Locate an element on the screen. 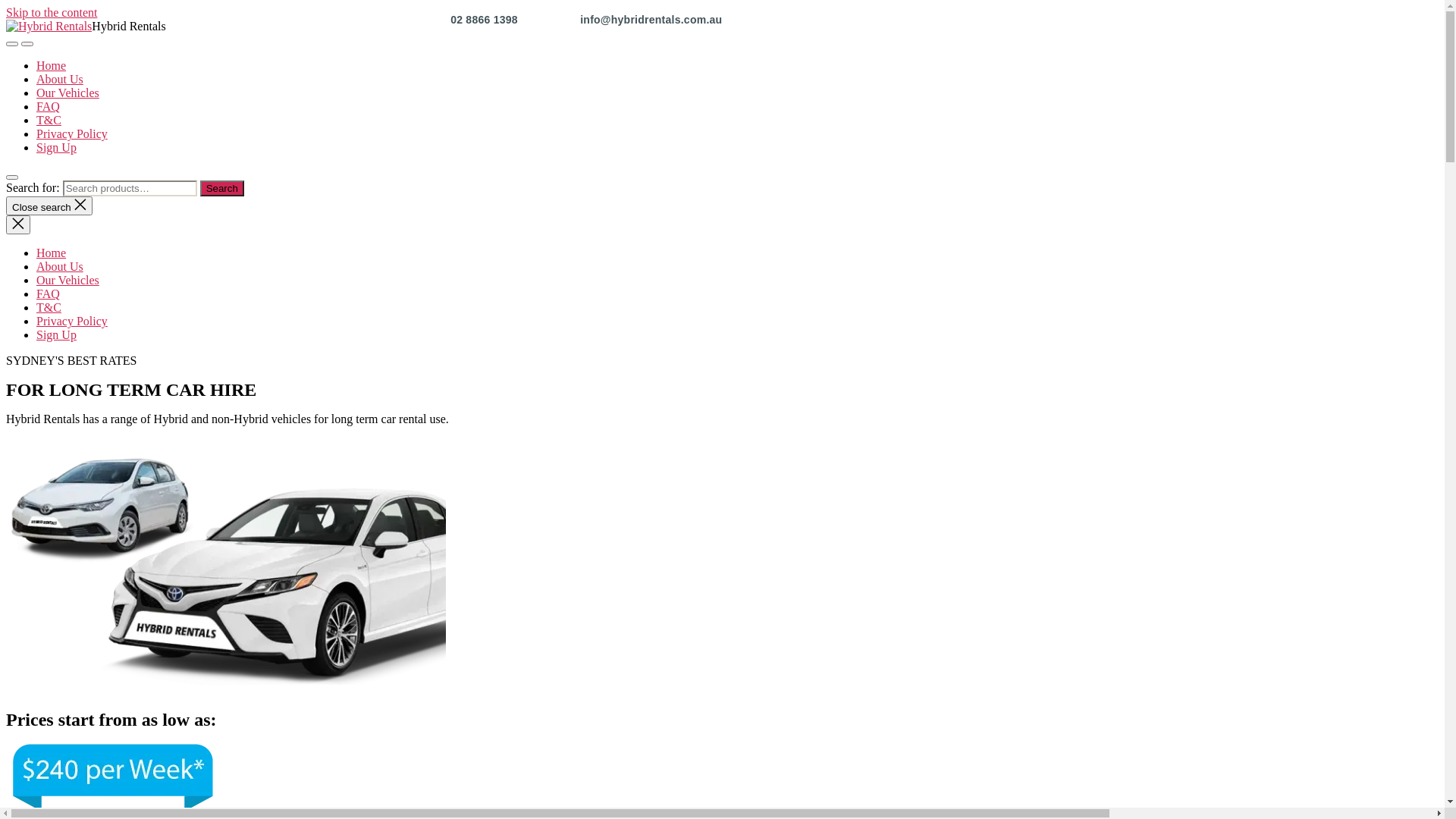 This screenshot has width=1456, height=819. 'Skip to the content' is located at coordinates (51, 12).